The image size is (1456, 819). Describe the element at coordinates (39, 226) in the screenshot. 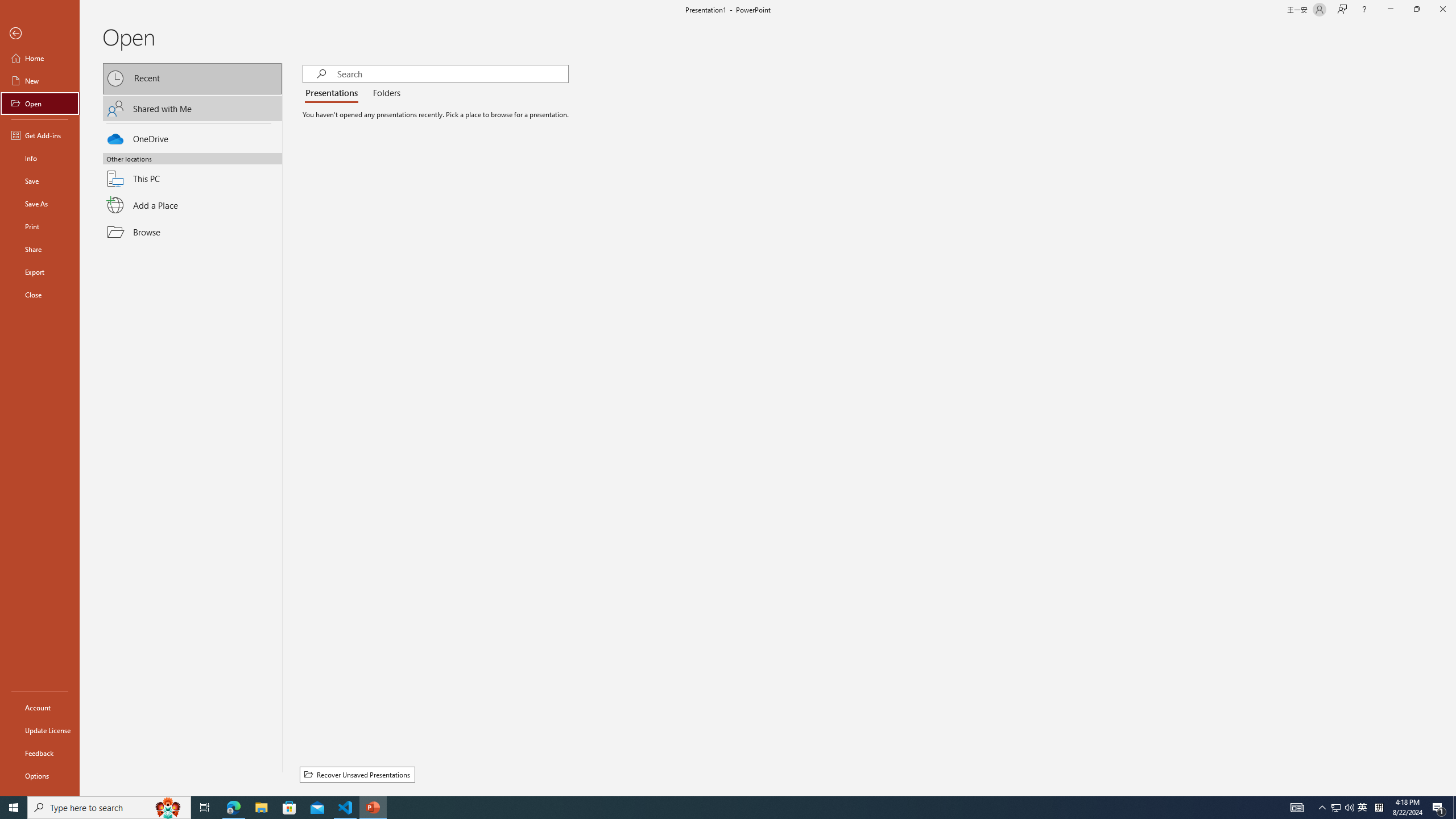

I see `'Print'` at that location.